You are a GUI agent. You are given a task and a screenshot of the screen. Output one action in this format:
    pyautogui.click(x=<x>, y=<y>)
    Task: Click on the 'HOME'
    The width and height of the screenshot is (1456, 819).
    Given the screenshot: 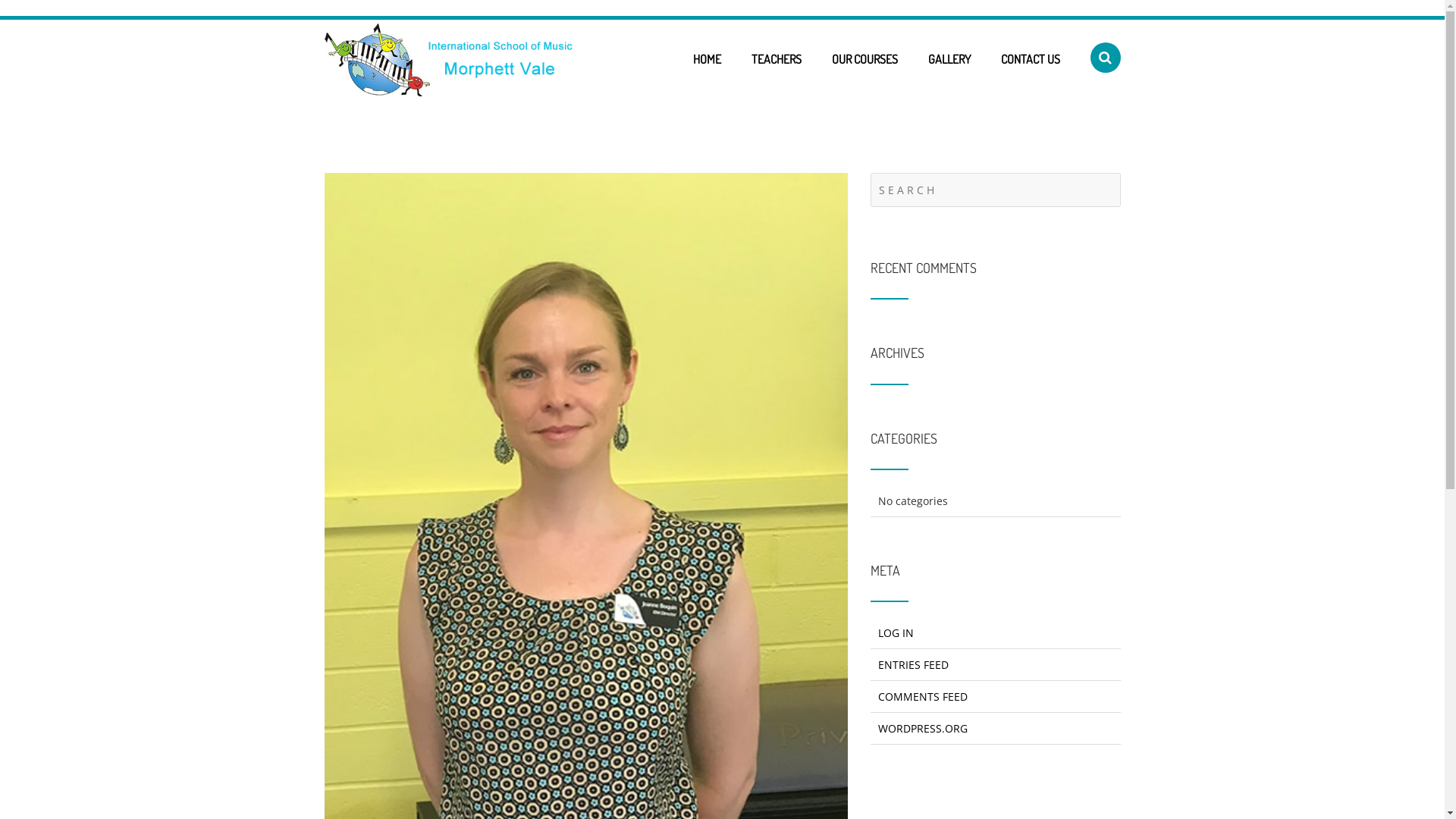 What is the action you would take?
    pyautogui.click(x=706, y=58)
    